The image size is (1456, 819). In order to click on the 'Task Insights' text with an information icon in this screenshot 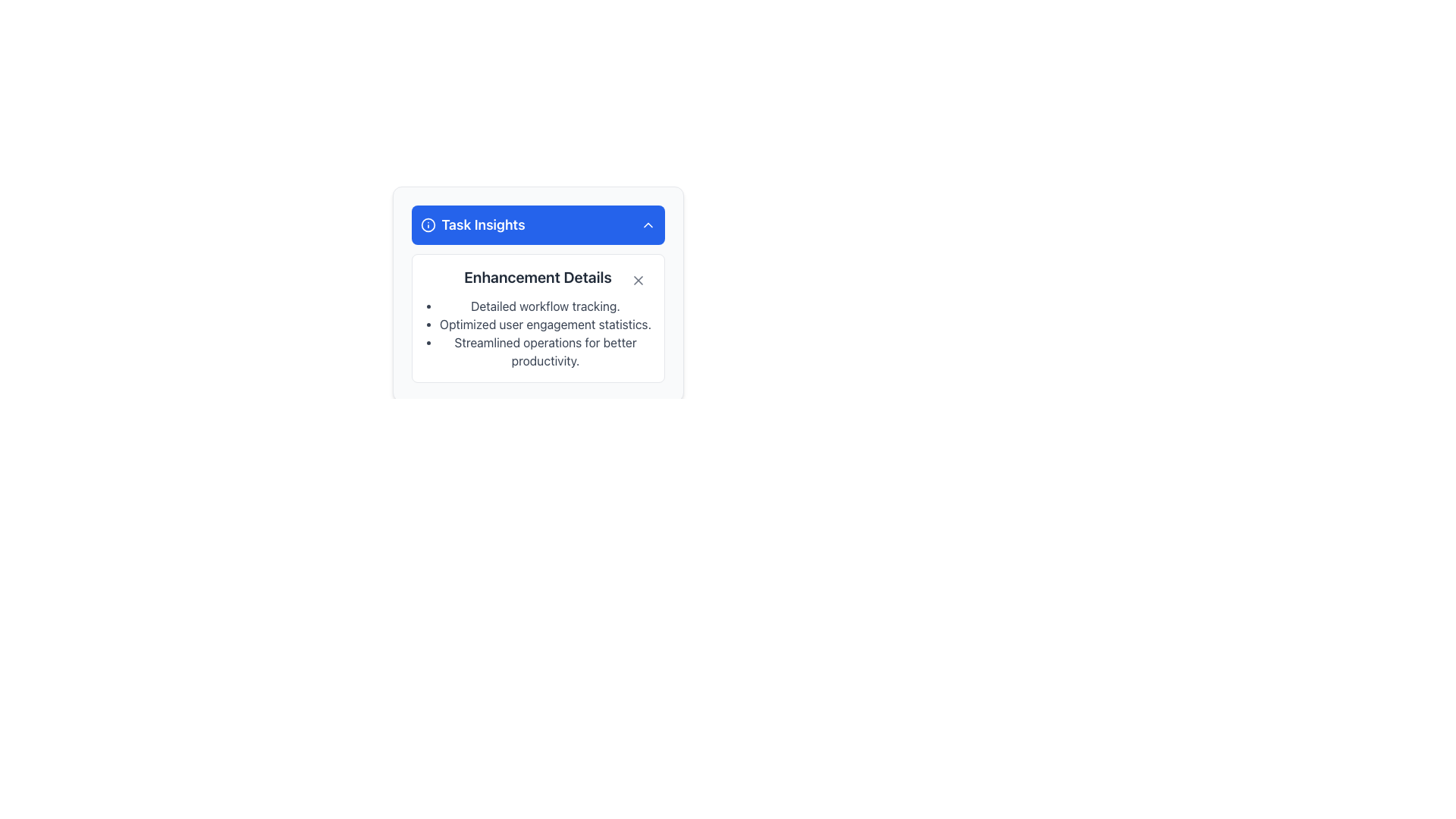, I will do `click(472, 225)`.